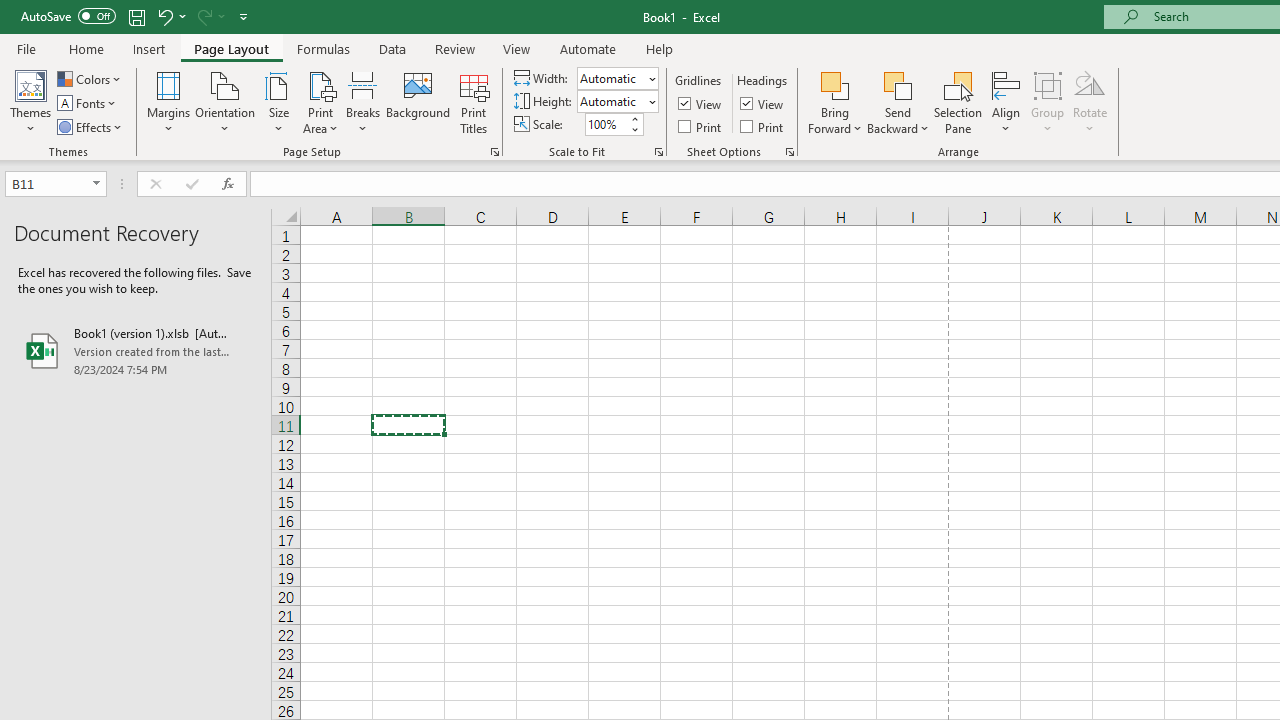 This screenshot has width=1280, height=720. Describe the element at coordinates (30, 103) in the screenshot. I see `'Themes'` at that location.